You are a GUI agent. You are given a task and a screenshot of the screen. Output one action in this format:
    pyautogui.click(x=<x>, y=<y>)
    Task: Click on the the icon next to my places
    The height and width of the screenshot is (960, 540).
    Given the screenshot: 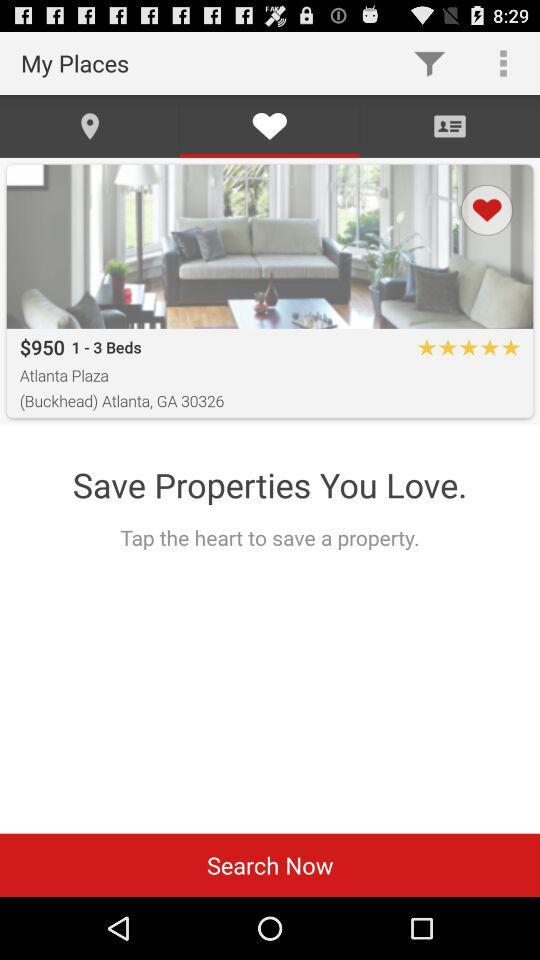 What is the action you would take?
    pyautogui.click(x=428, y=62)
    